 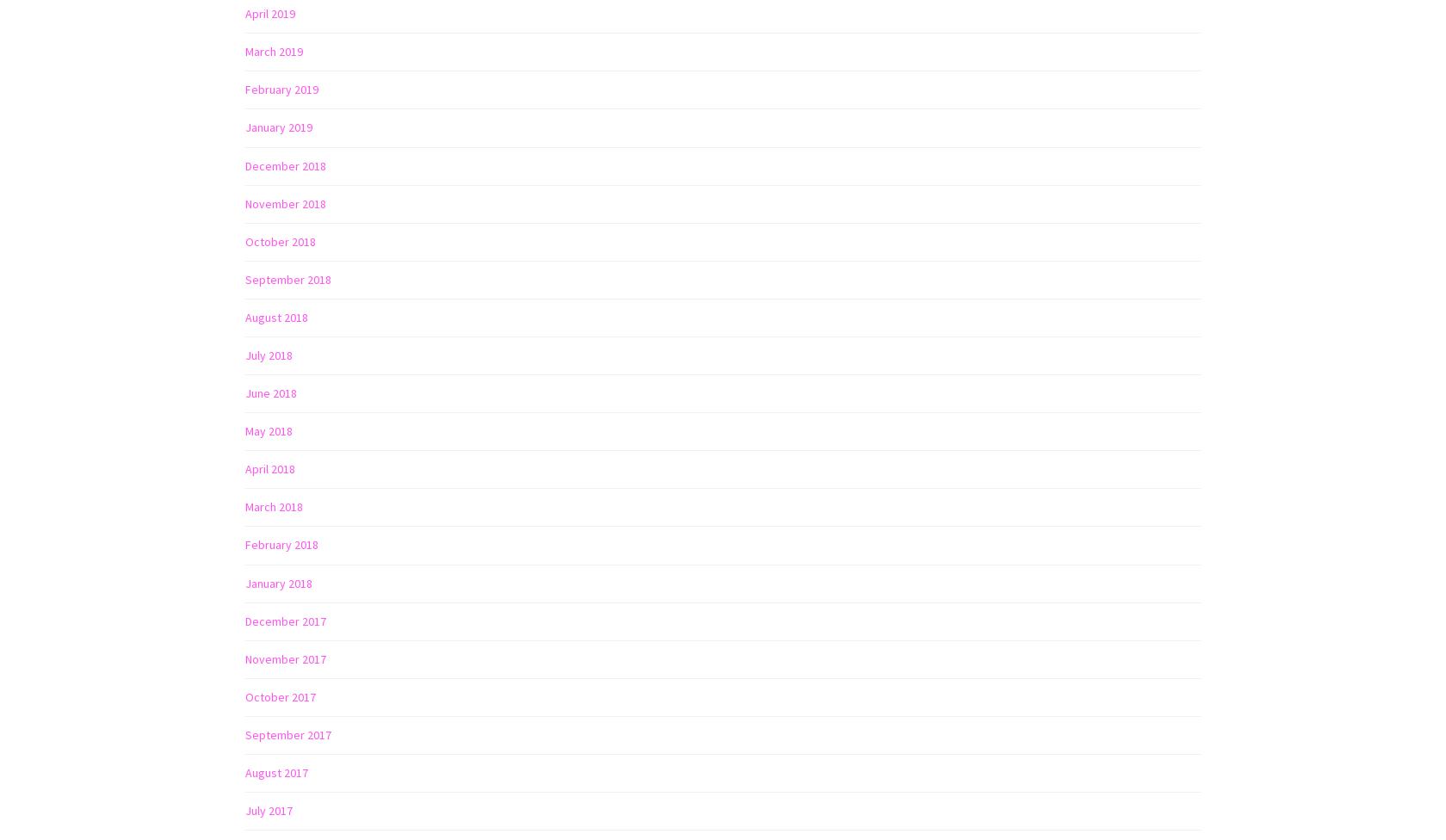 I want to click on 'July 2018', so click(x=269, y=355).